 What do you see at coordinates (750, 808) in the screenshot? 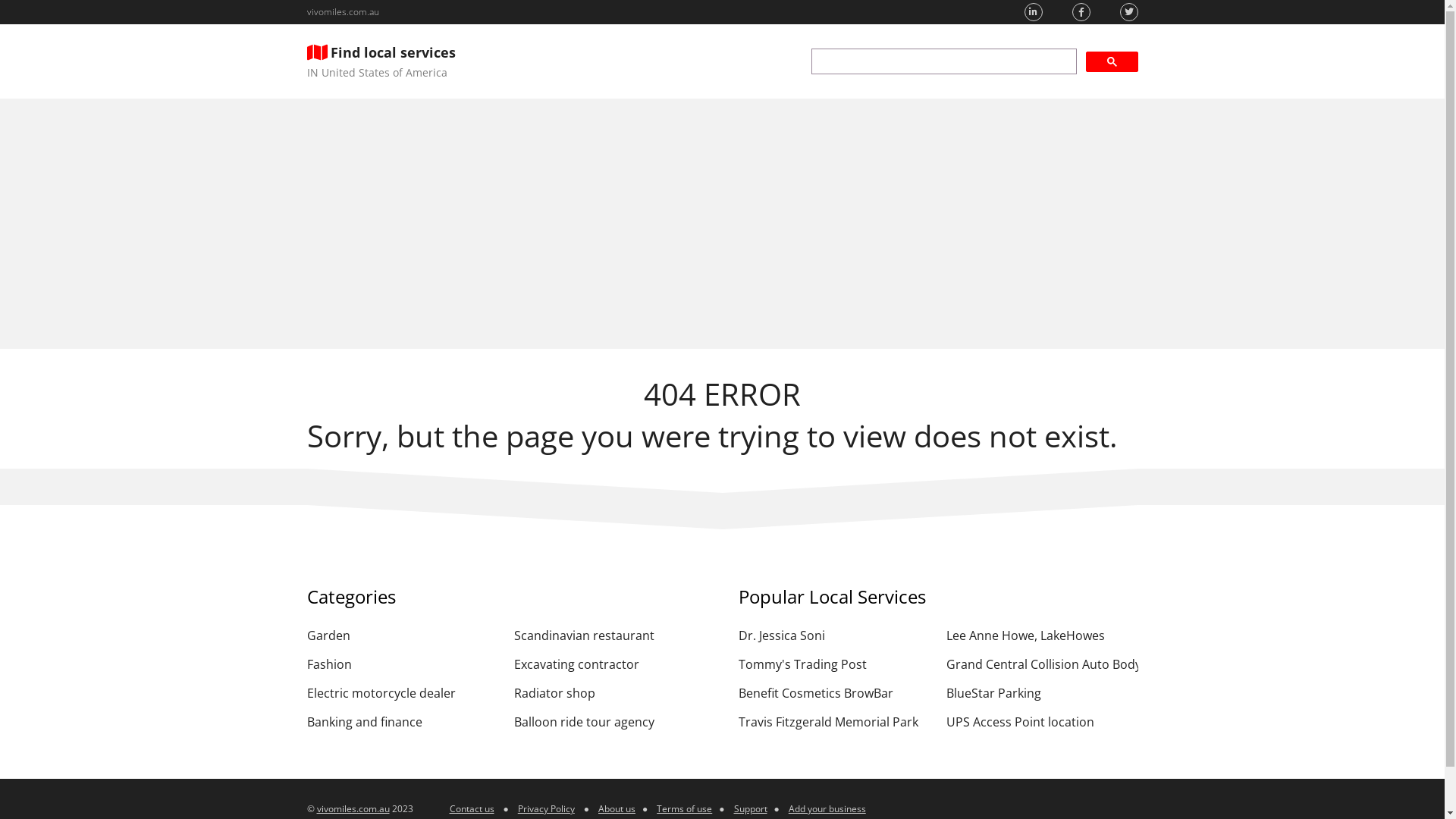
I see `'Support'` at bounding box center [750, 808].